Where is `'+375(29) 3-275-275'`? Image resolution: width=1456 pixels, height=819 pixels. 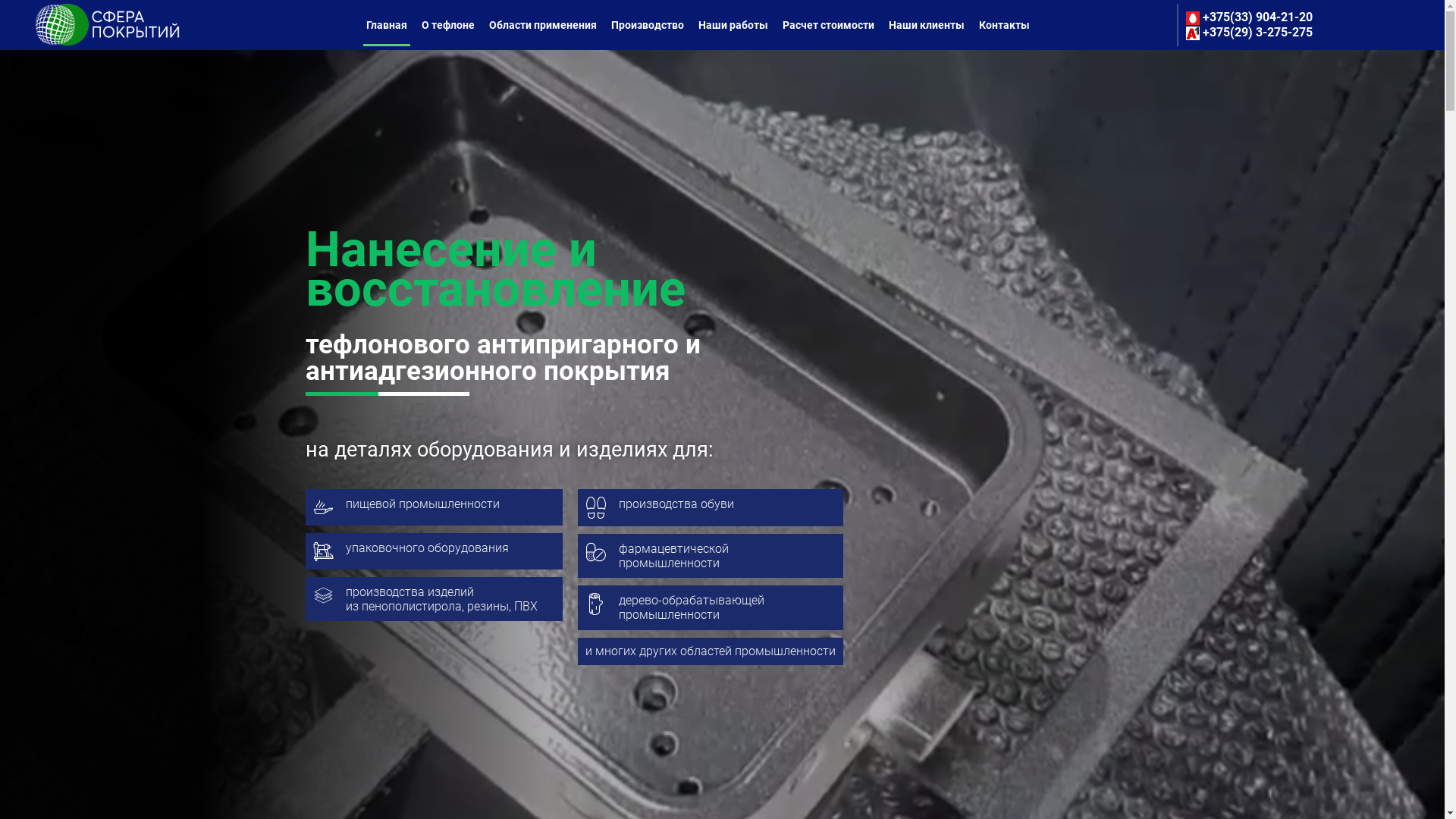 '+375(29) 3-275-275' is located at coordinates (1249, 32).